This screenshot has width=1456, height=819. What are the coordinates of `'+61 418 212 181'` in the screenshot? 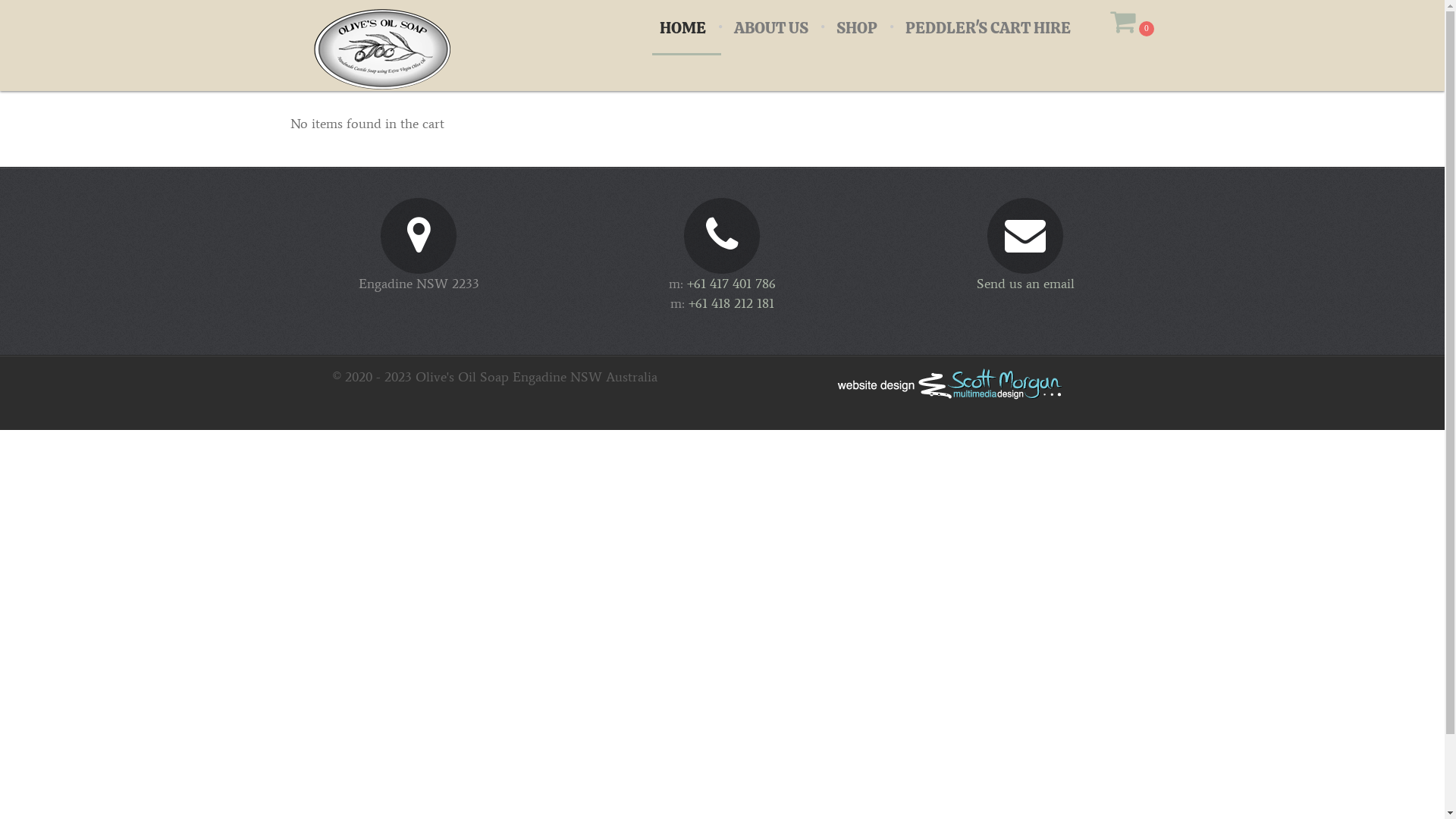 It's located at (731, 303).